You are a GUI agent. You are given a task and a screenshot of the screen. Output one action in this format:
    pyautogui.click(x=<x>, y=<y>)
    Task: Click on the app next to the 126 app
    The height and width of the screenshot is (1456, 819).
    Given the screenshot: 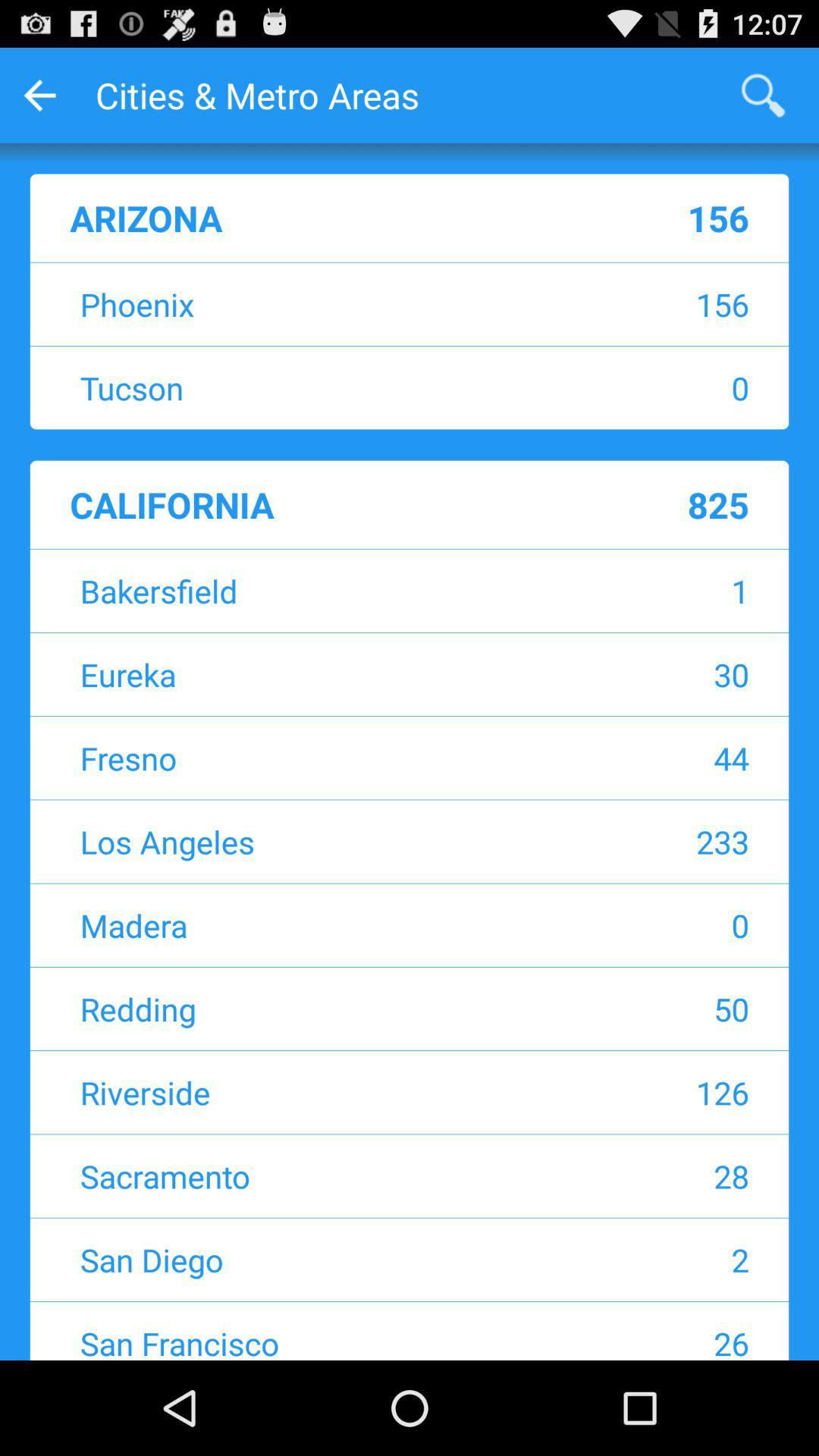 What is the action you would take?
    pyautogui.click(x=314, y=1092)
    